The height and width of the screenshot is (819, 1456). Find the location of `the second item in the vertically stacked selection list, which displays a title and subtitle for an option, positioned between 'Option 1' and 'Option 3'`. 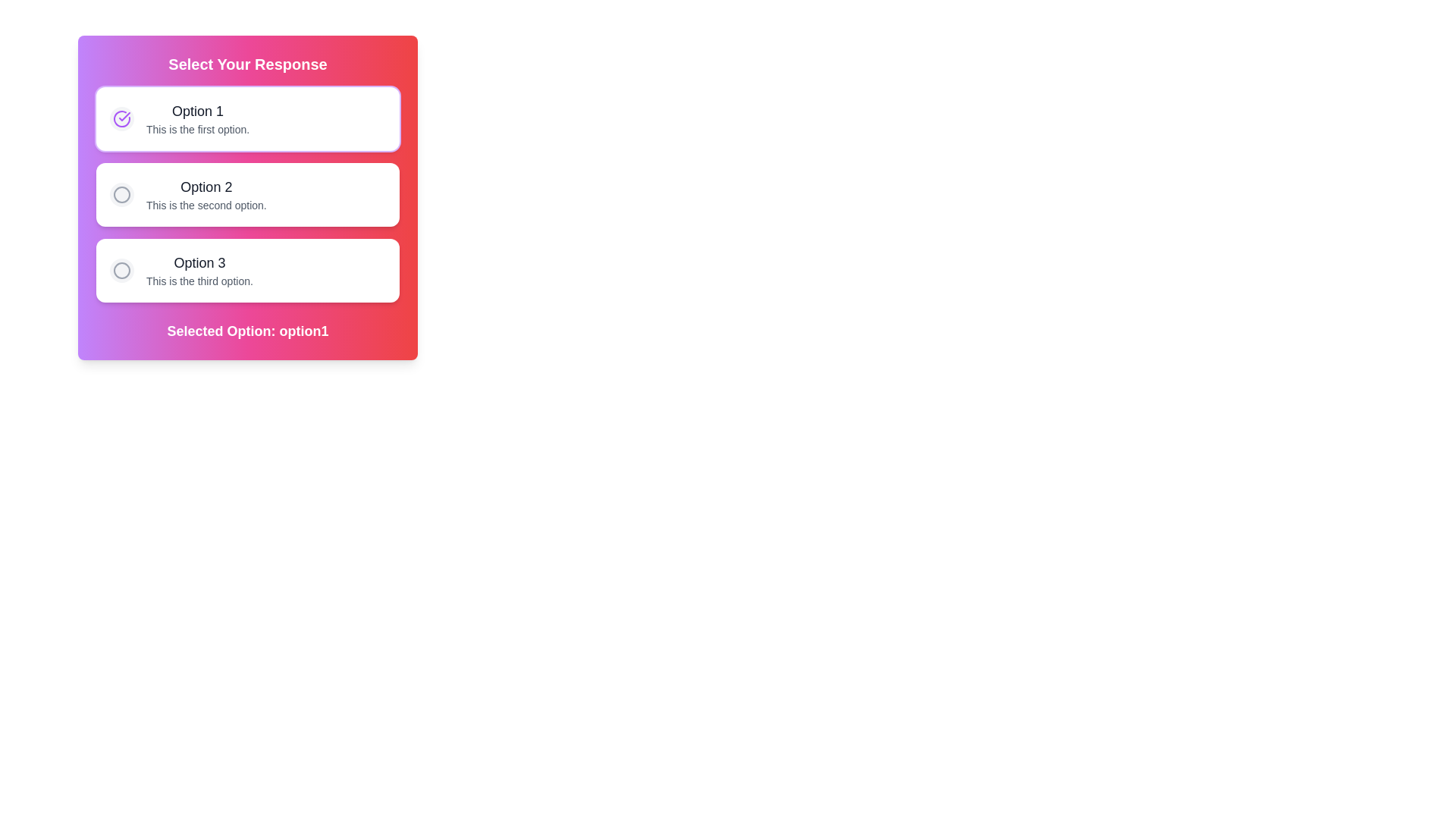

the second item in the vertically stacked selection list, which displays a title and subtitle for an option, positioned between 'Option 1' and 'Option 3' is located at coordinates (206, 194).